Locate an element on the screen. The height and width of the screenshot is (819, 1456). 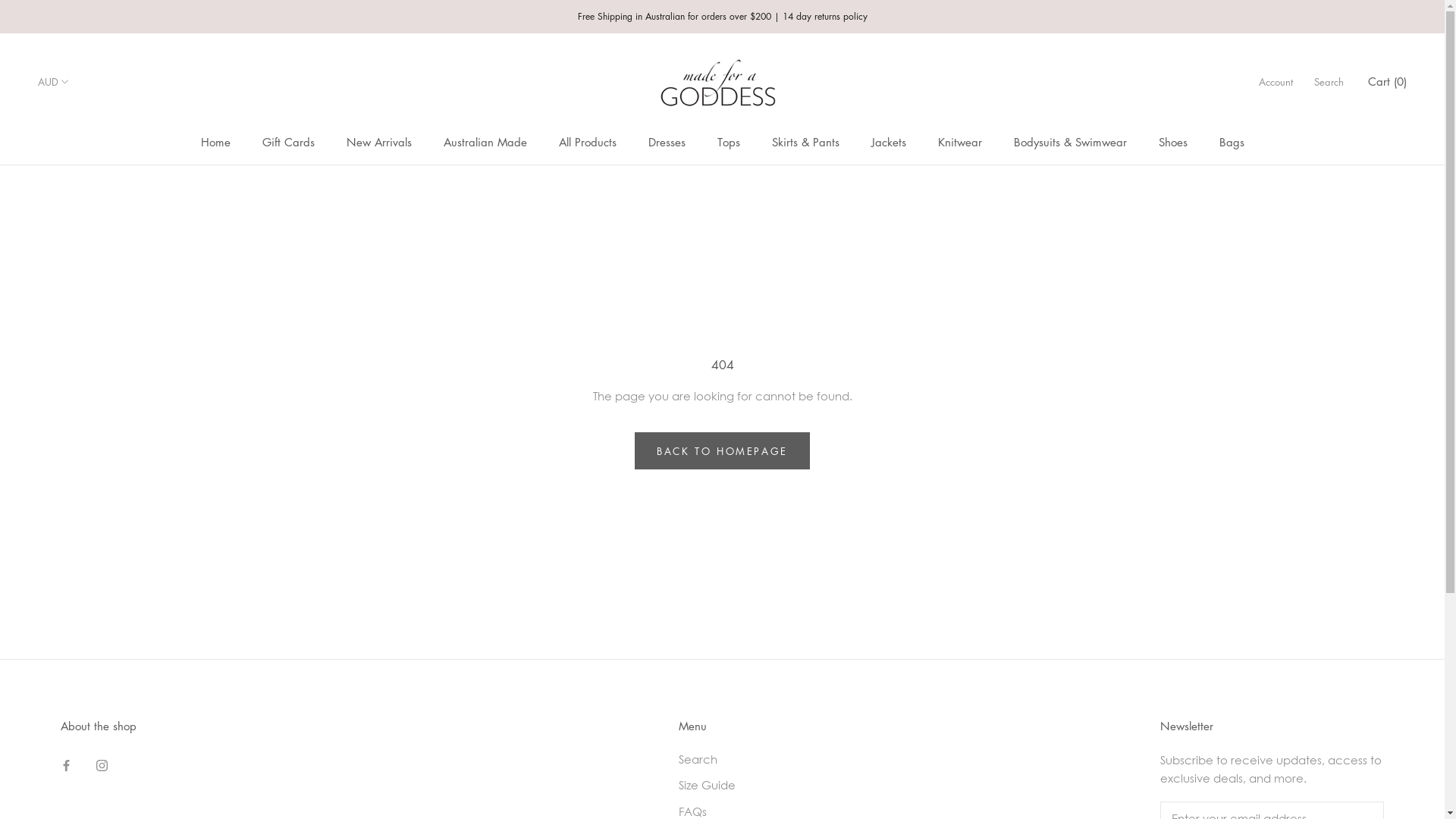
'Tops is located at coordinates (716, 141).